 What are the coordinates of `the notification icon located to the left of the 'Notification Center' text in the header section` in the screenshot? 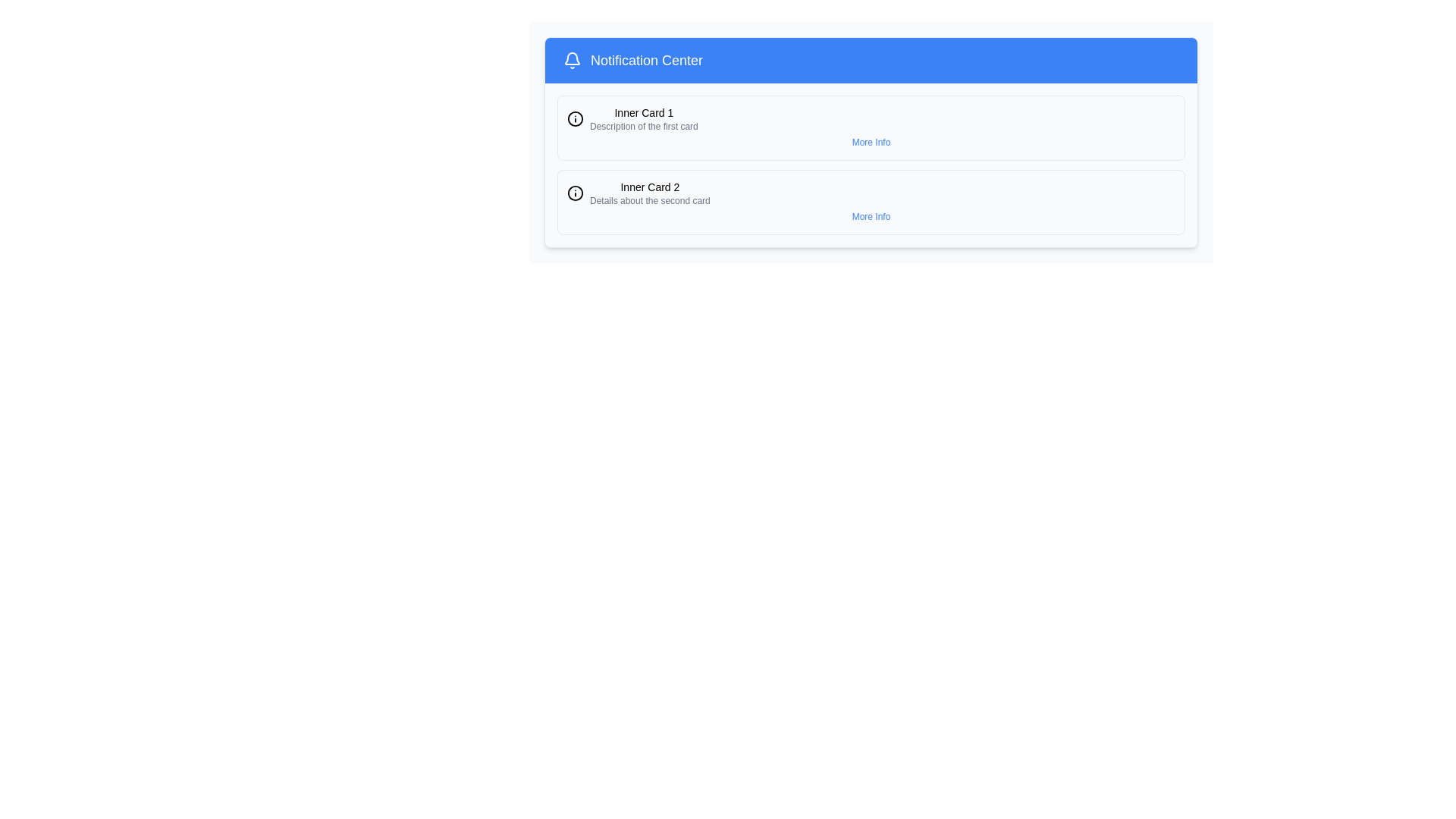 It's located at (571, 58).